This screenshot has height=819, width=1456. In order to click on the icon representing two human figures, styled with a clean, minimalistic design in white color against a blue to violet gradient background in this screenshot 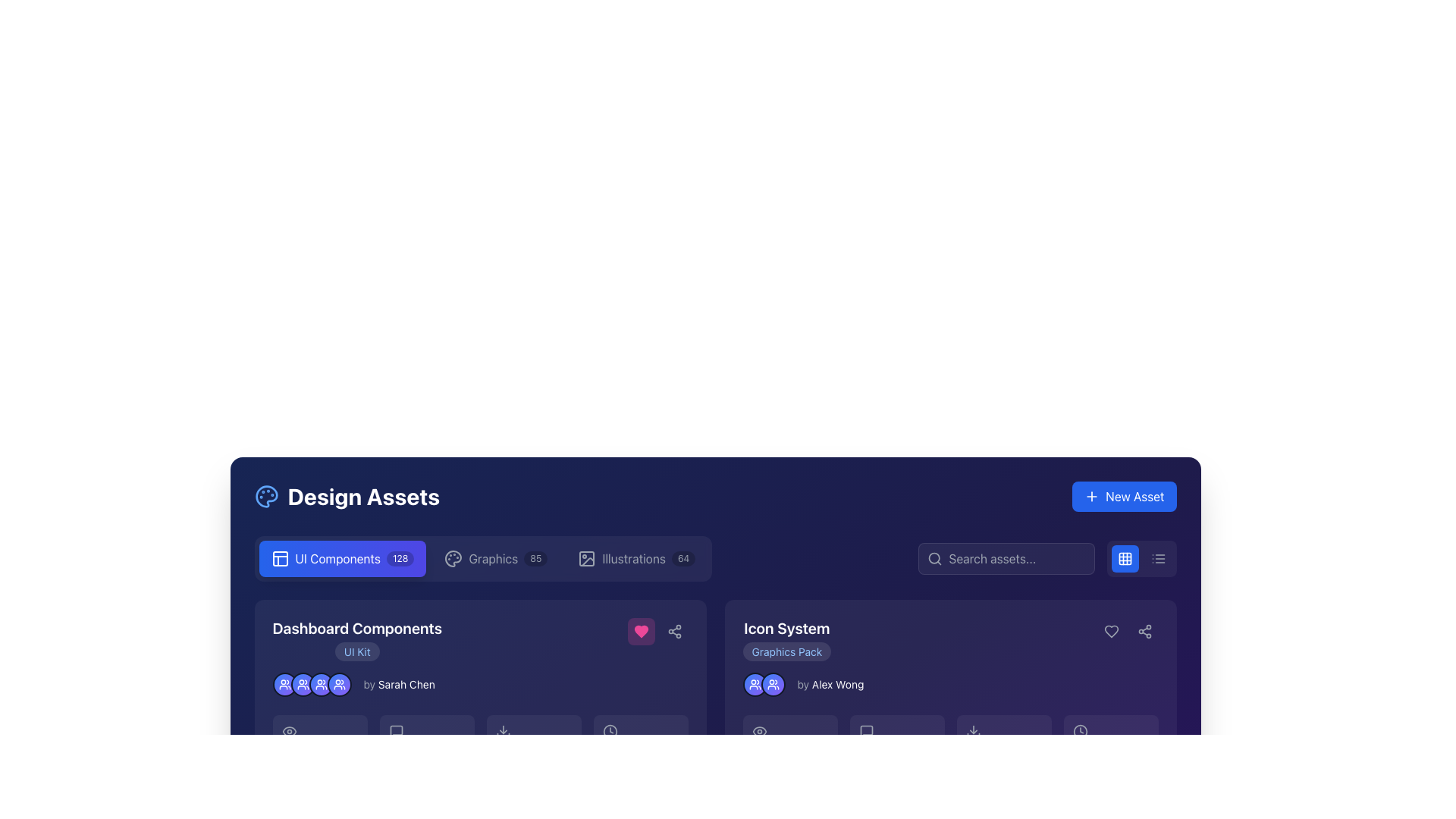, I will do `click(320, 684)`.